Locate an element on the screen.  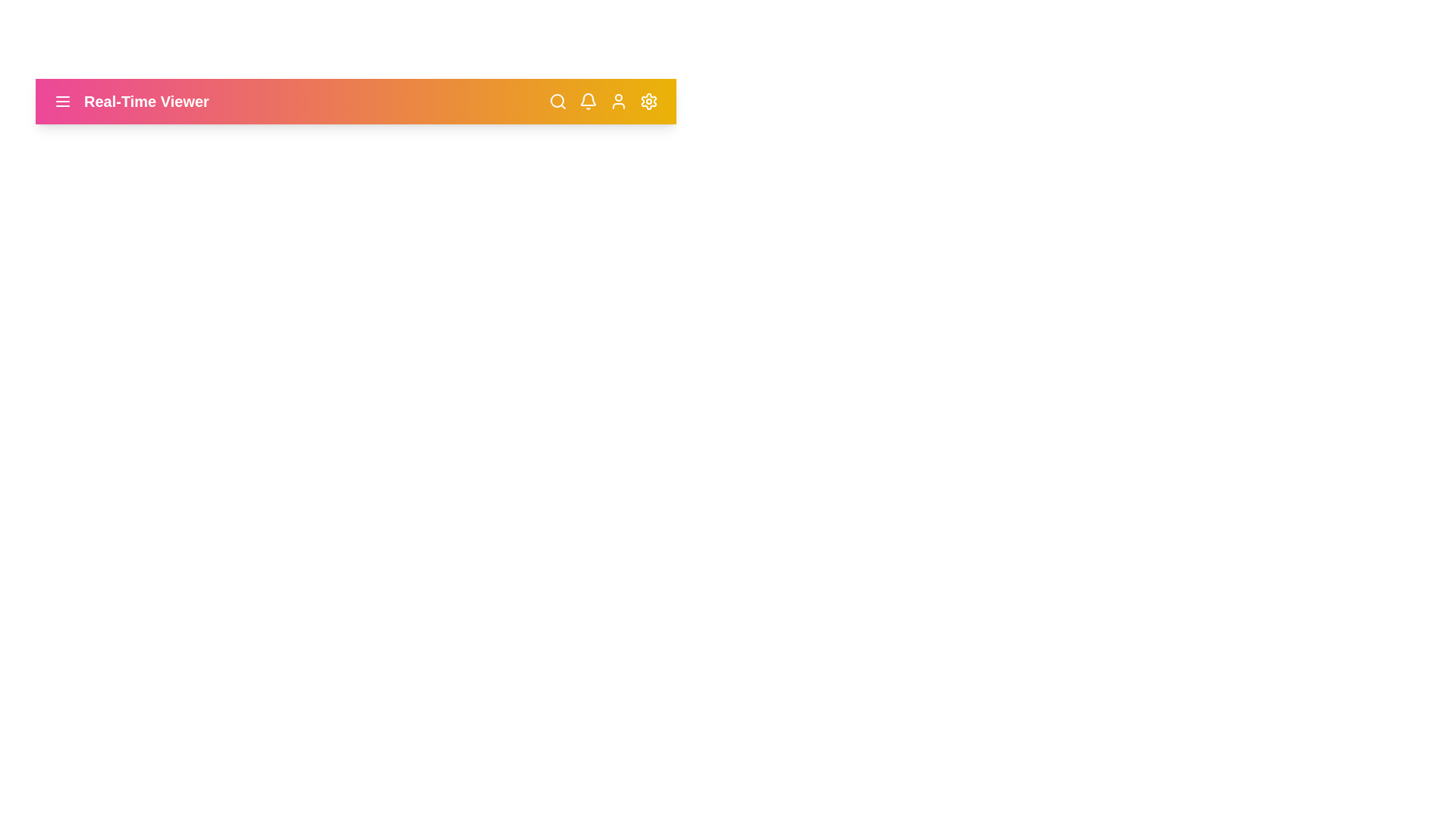
the settings icon to open the settings panel is located at coordinates (648, 102).